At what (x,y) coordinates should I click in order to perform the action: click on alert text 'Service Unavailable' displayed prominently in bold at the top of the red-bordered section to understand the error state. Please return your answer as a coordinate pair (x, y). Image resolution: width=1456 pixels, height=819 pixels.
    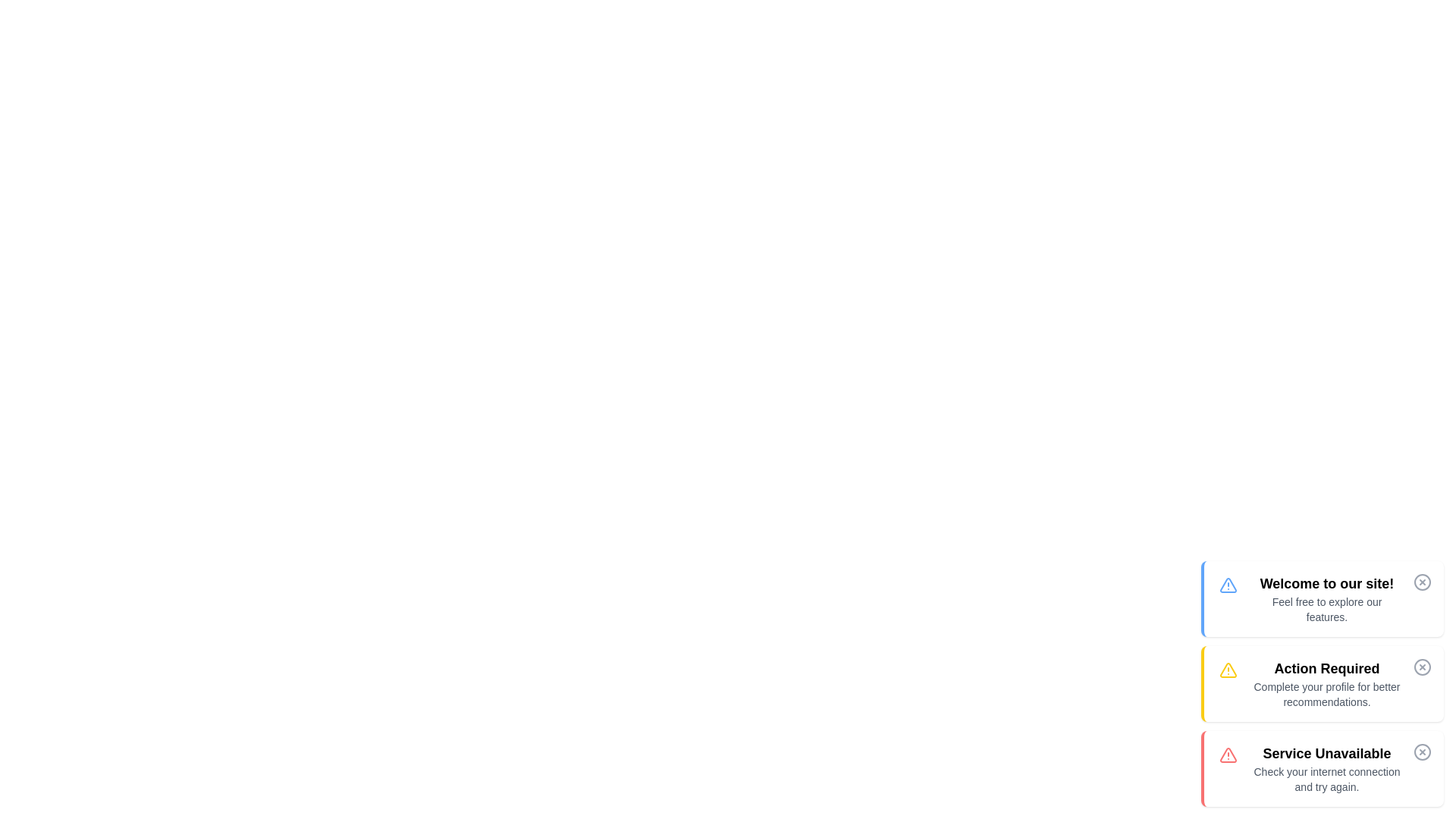
    Looking at the image, I should click on (1326, 754).